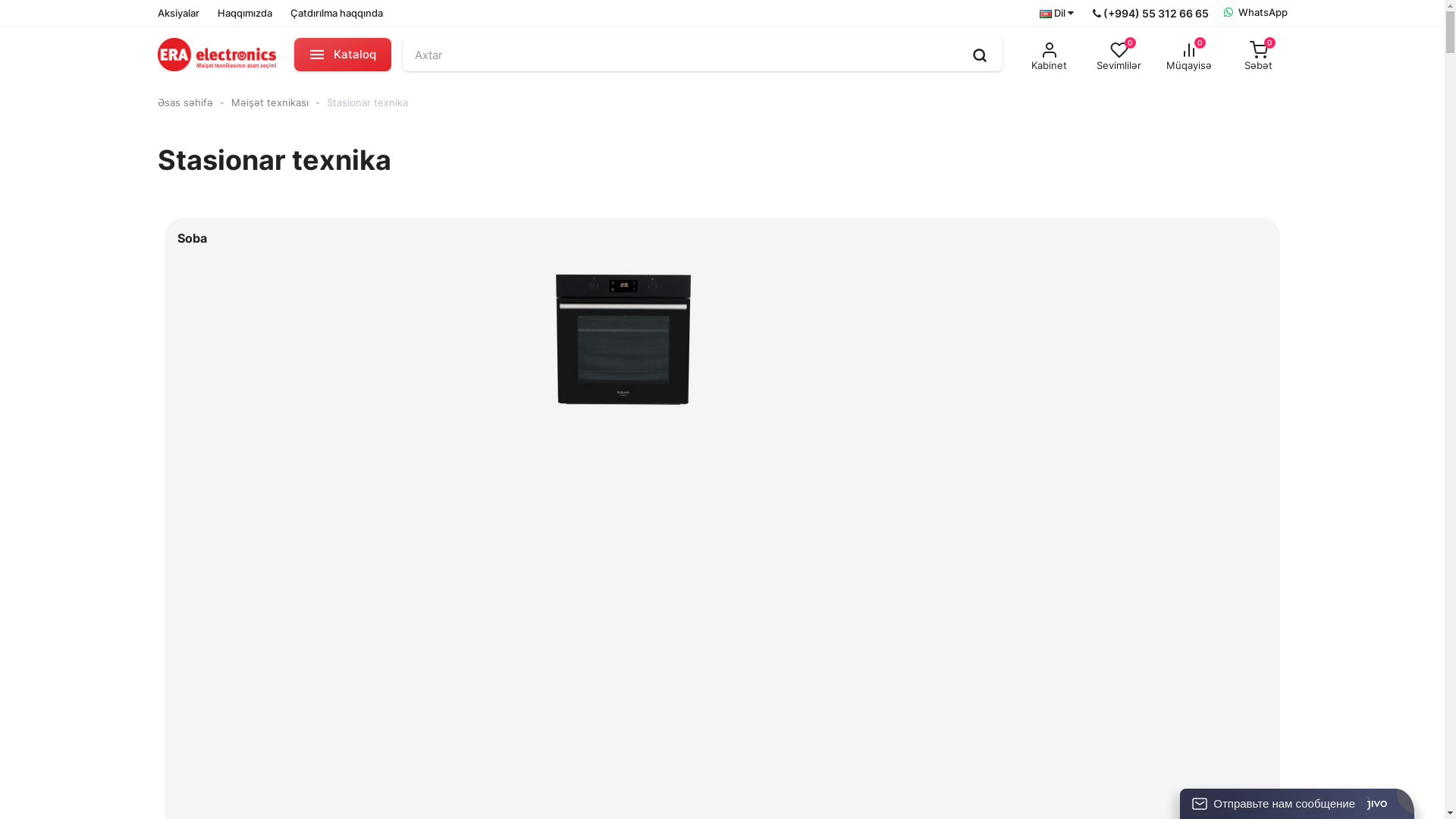 The height and width of the screenshot is (819, 1456). What do you see at coordinates (178, 12) in the screenshot?
I see `'Aksiyalar'` at bounding box center [178, 12].